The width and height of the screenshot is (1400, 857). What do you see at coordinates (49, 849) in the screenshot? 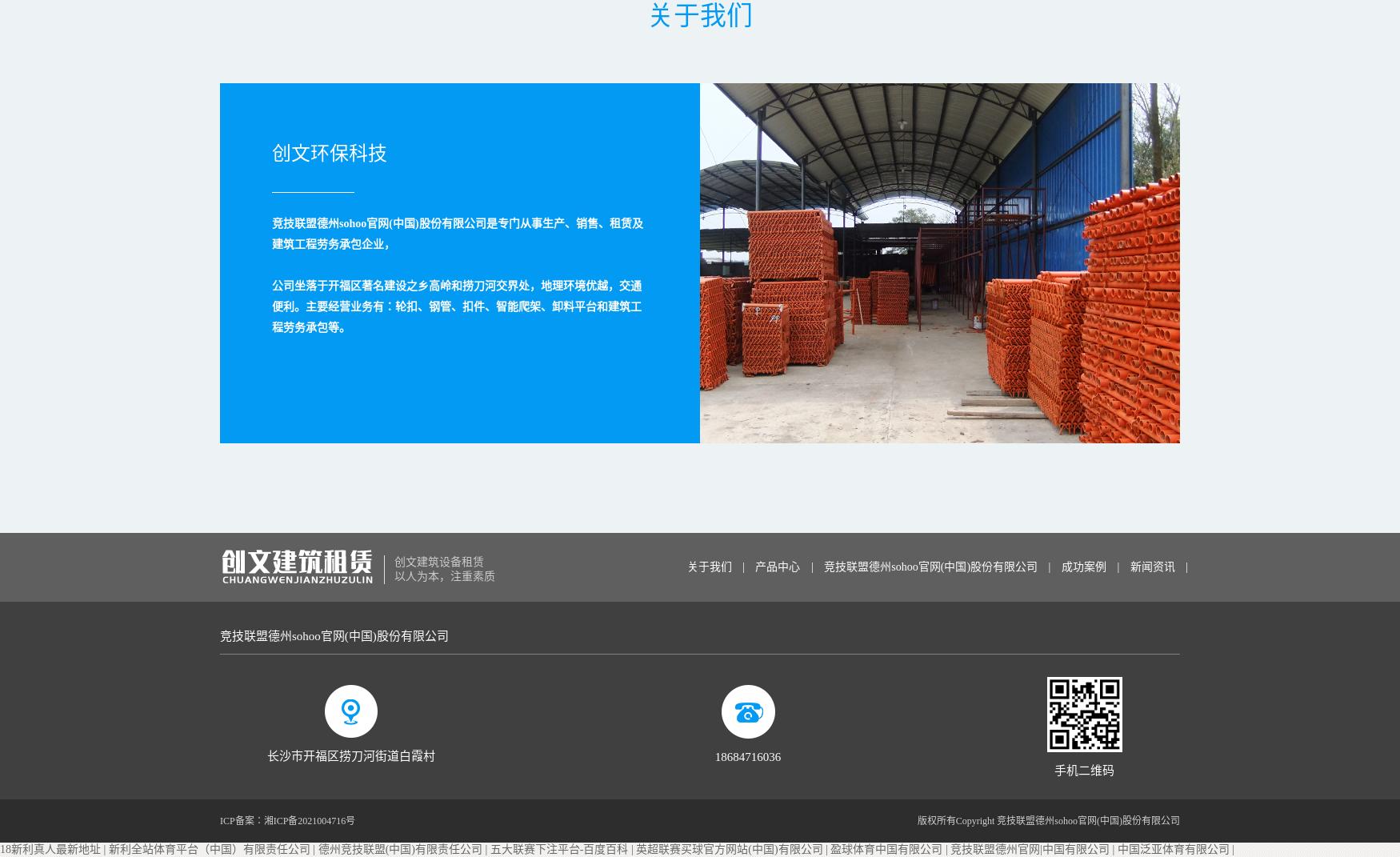
I see `'18新利真人最新地址'` at bounding box center [49, 849].